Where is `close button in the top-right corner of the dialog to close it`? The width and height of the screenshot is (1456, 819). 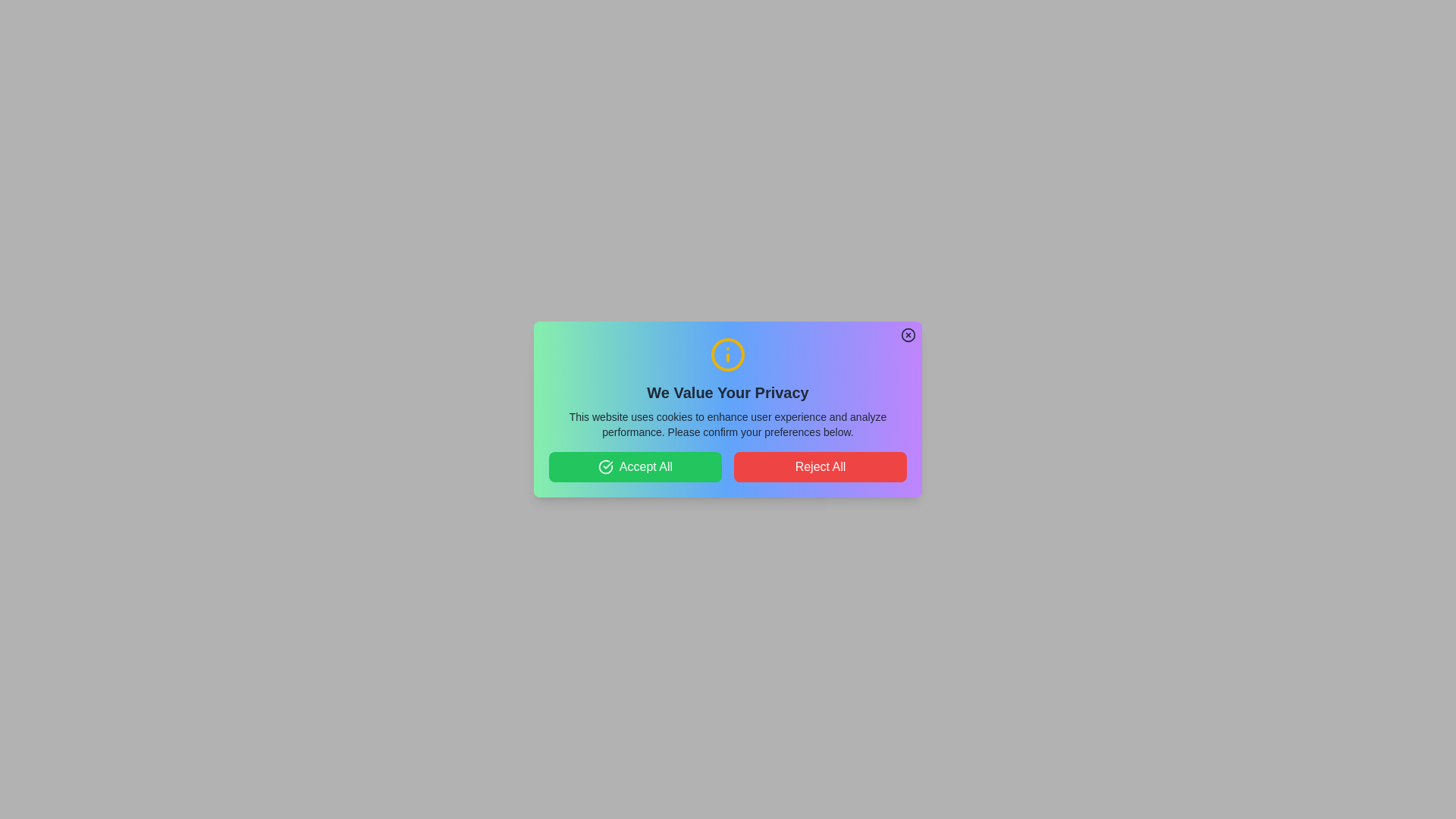 close button in the top-right corner of the dialog to close it is located at coordinates (908, 334).